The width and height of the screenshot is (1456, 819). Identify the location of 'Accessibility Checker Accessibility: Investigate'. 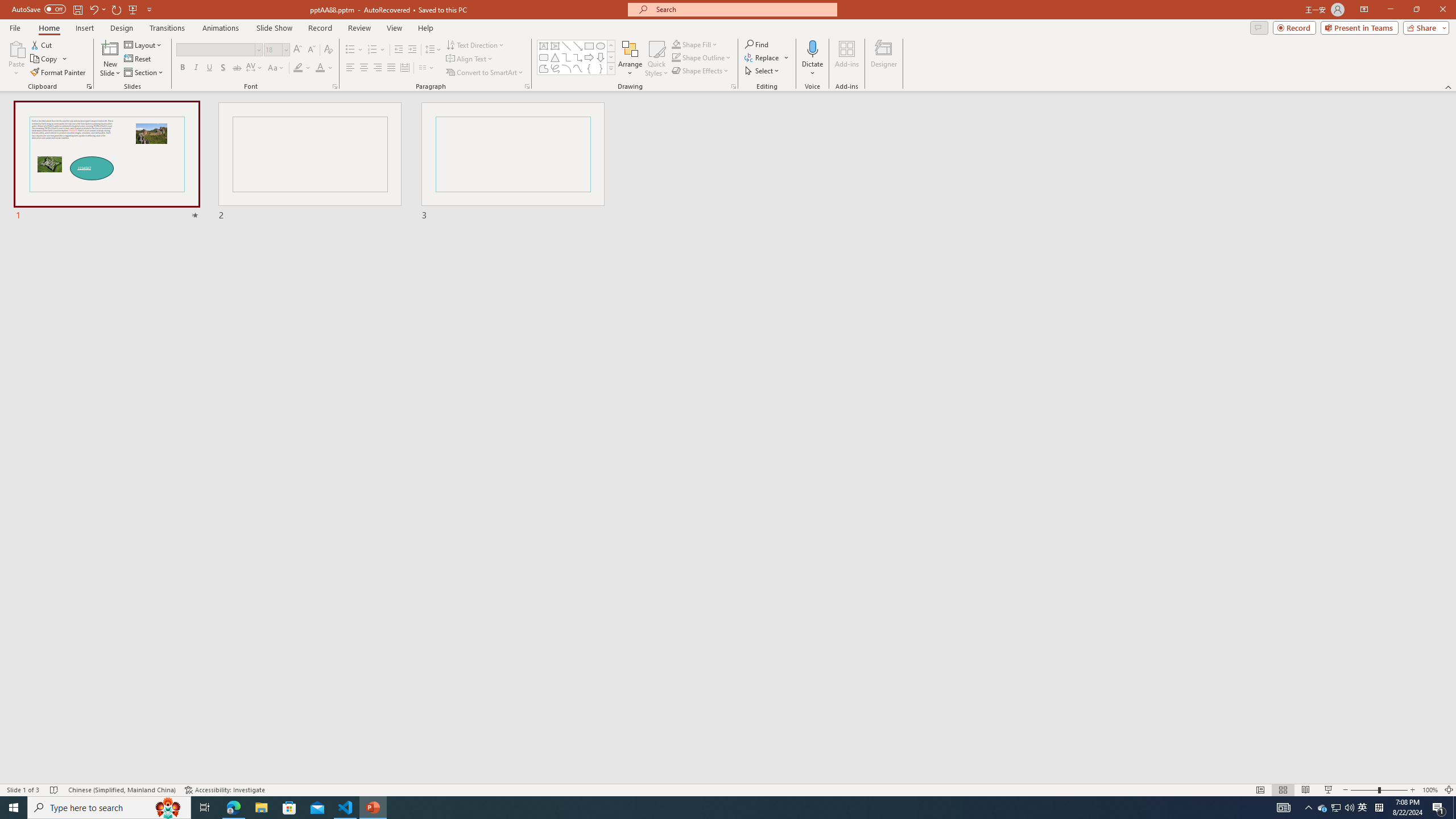
(225, 790).